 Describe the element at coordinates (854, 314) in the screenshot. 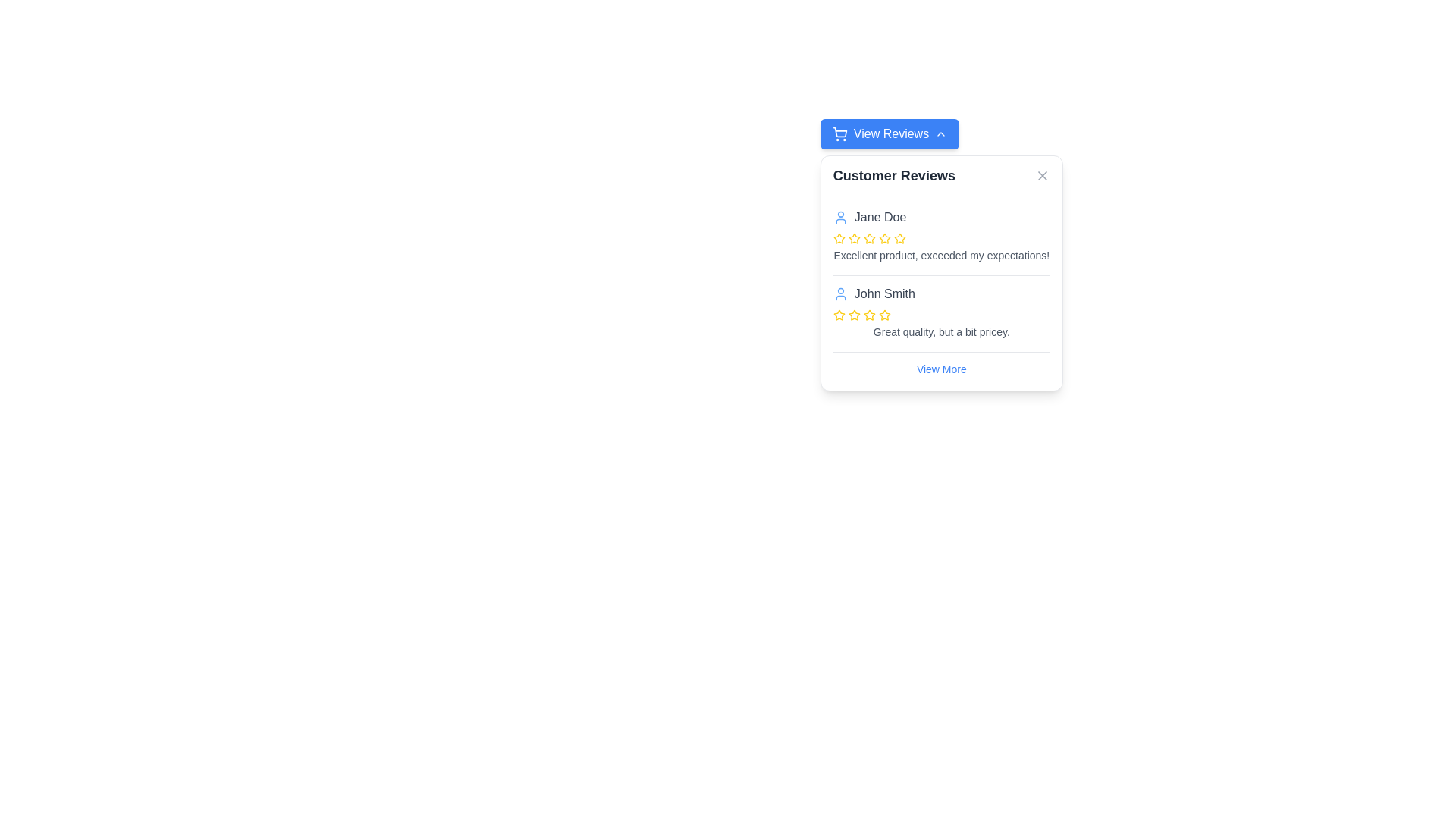

I see `the second star icon in the review section for user 'John Smith' in the 'Customer Reviews' section` at that location.